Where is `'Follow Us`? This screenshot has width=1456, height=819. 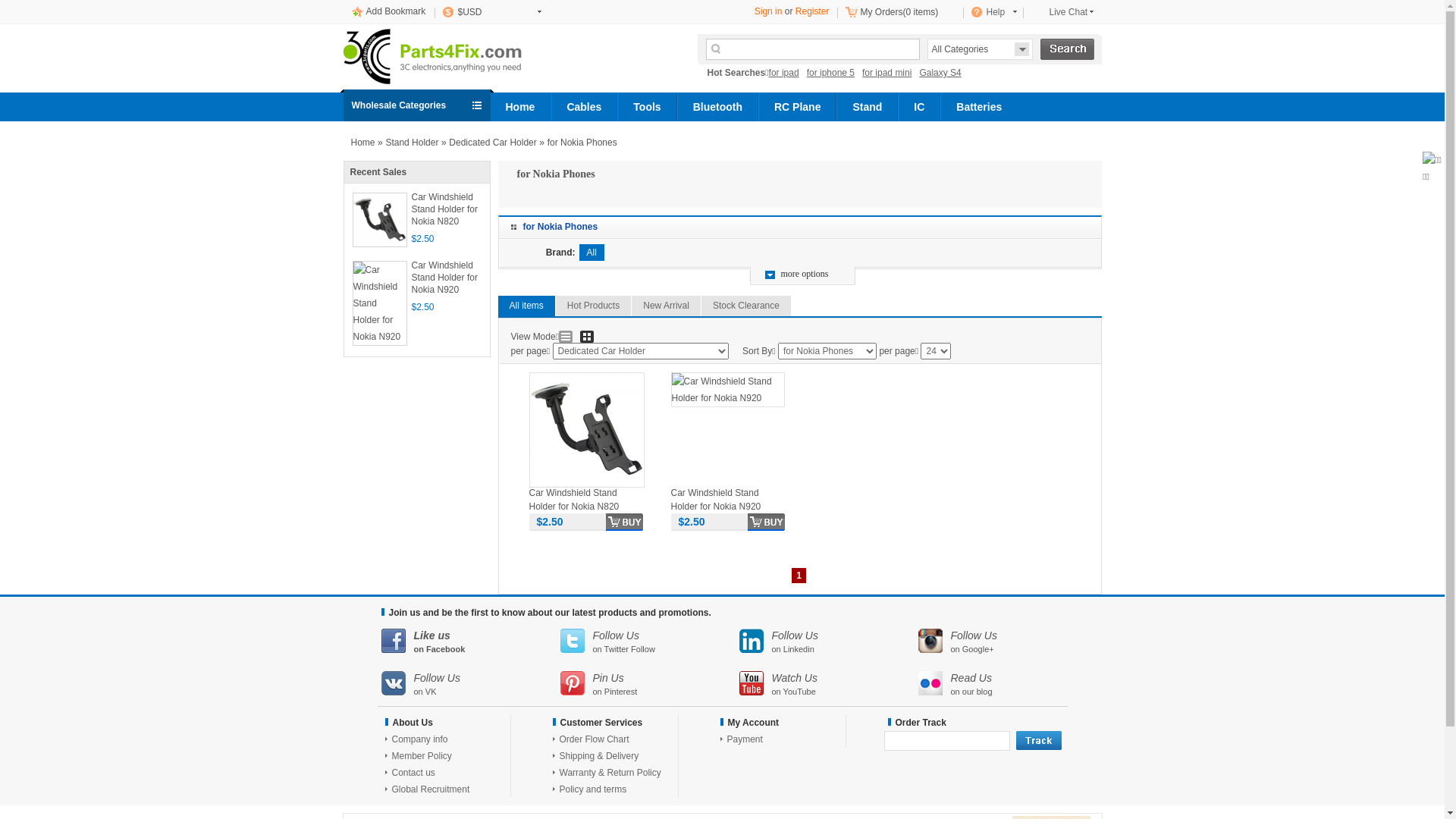
'Follow Us is located at coordinates (469, 683).